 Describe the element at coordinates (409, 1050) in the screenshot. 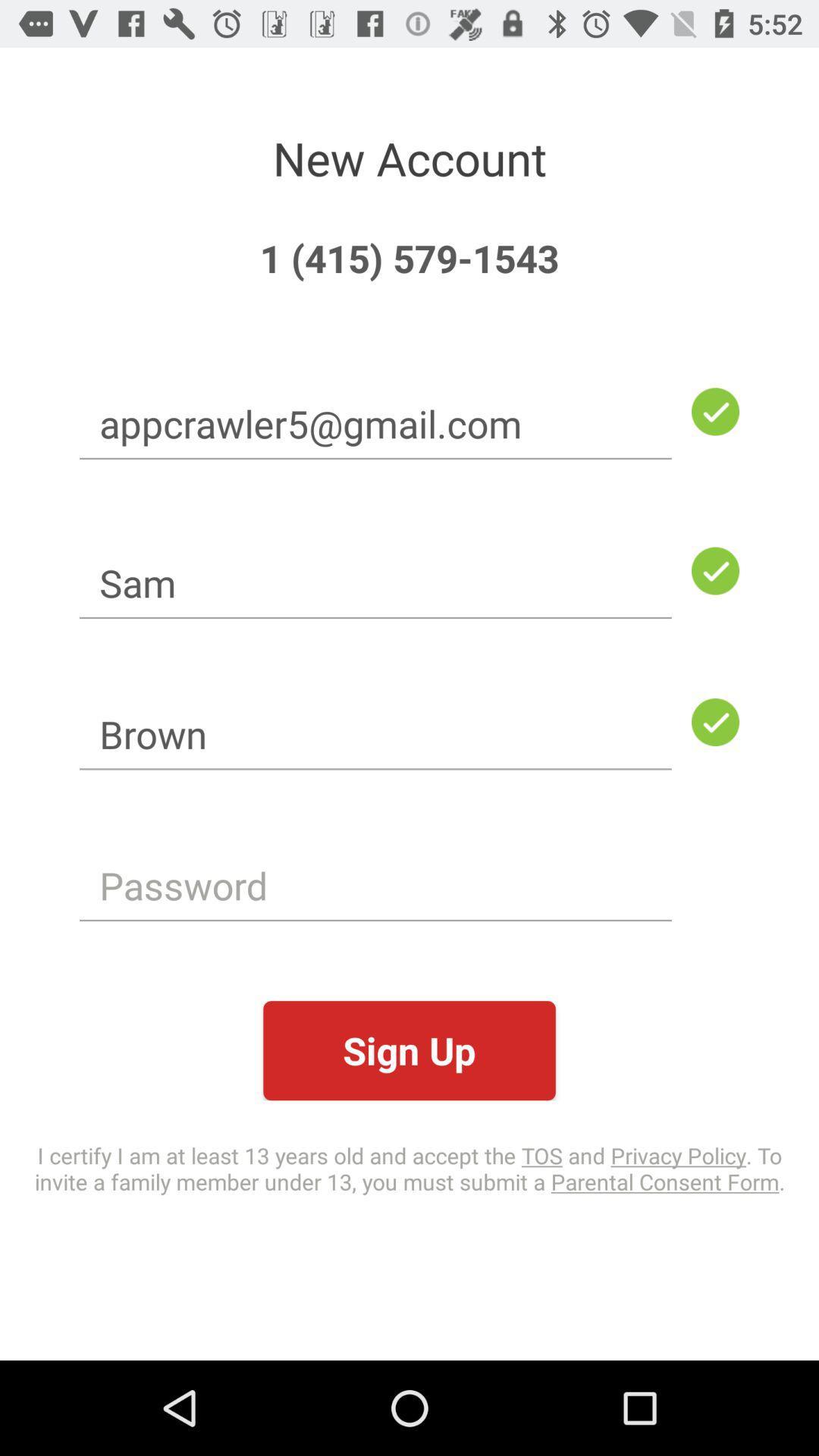

I see `sign up icon` at that location.